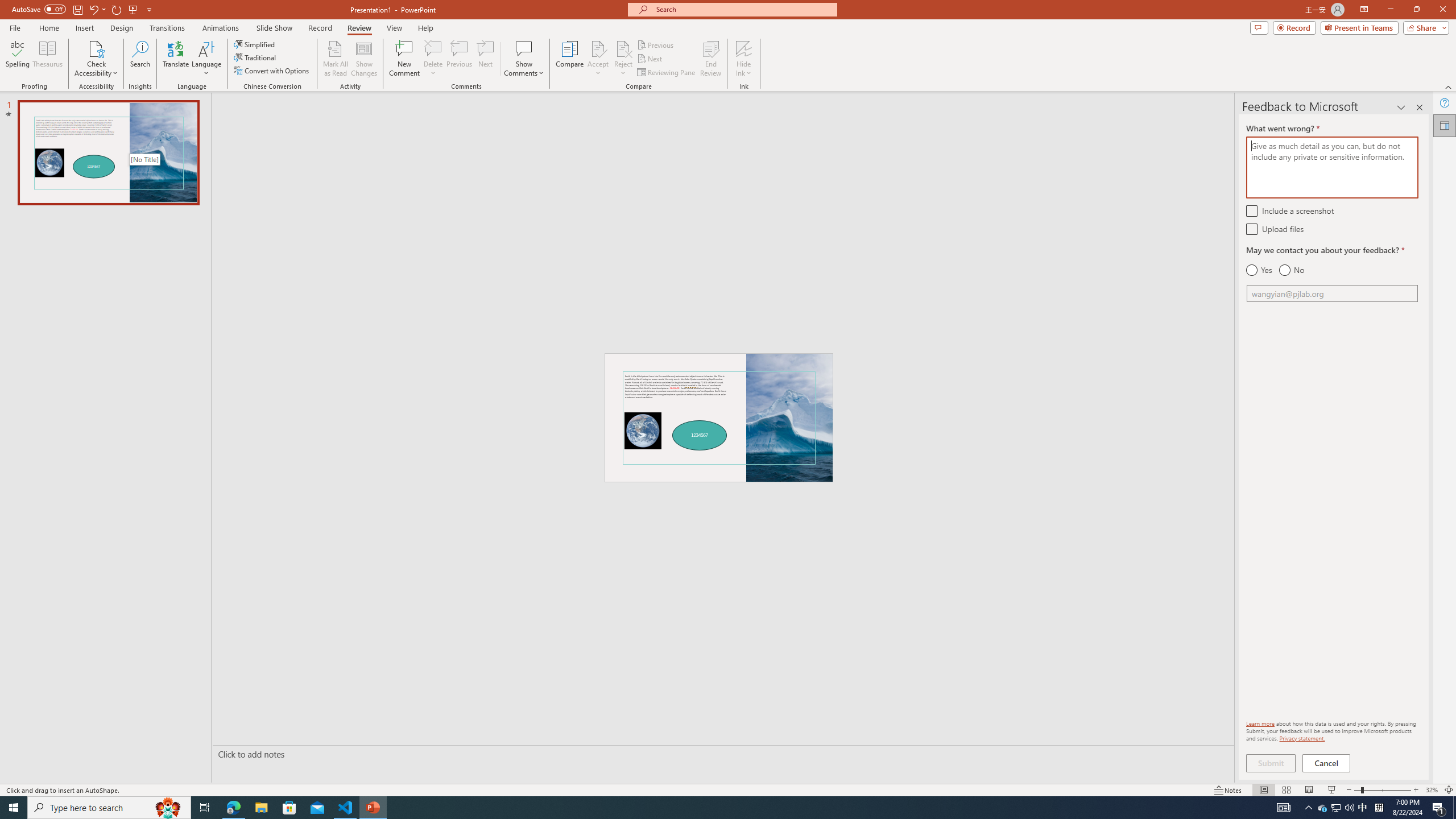 Image resolution: width=1456 pixels, height=819 pixels. I want to click on 'Reject', so click(622, 59).